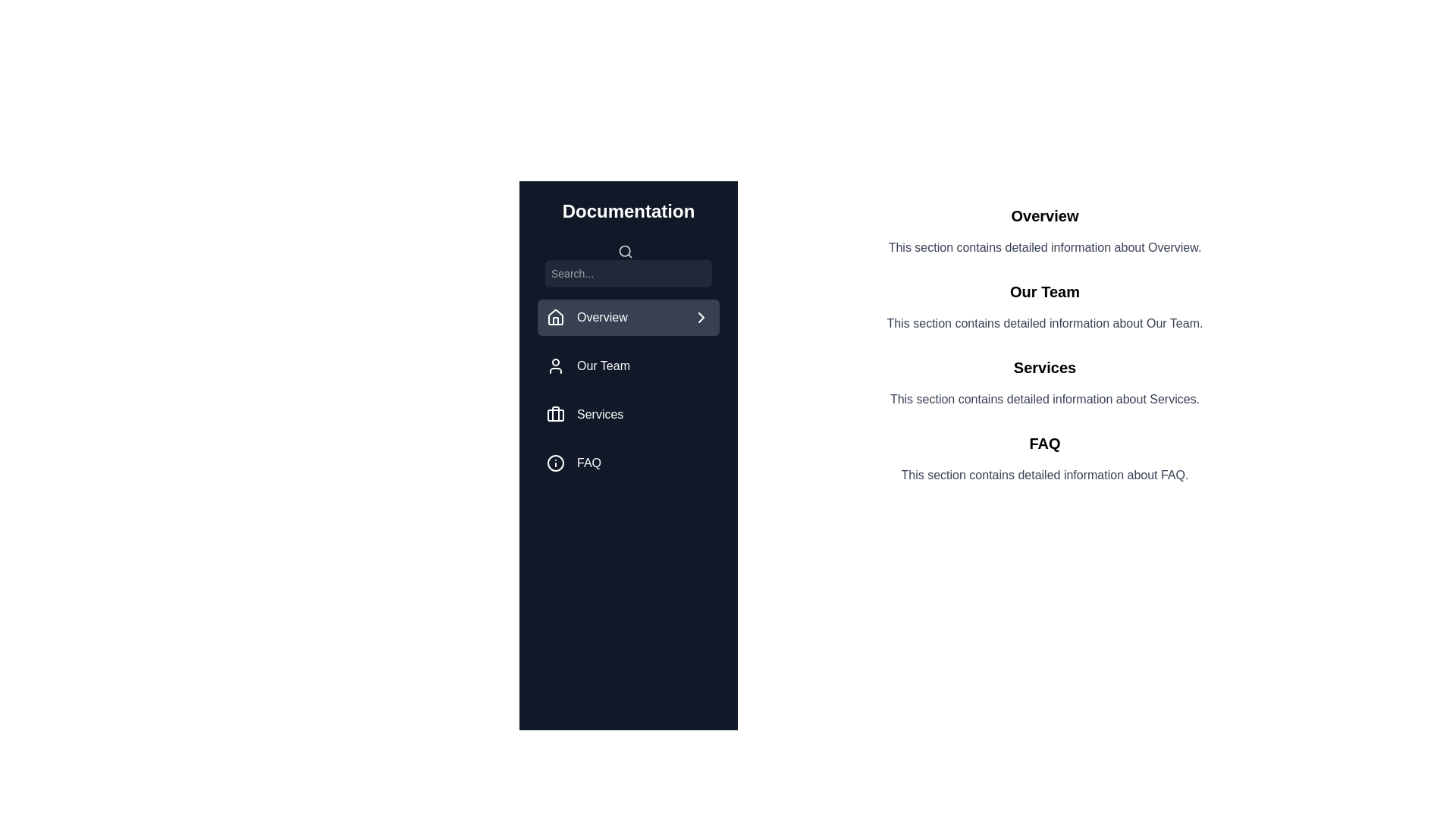  What do you see at coordinates (701, 317) in the screenshot?
I see `the right-pointing chevron icon located in the top menu section adjacent to the 'Overview' label` at bounding box center [701, 317].